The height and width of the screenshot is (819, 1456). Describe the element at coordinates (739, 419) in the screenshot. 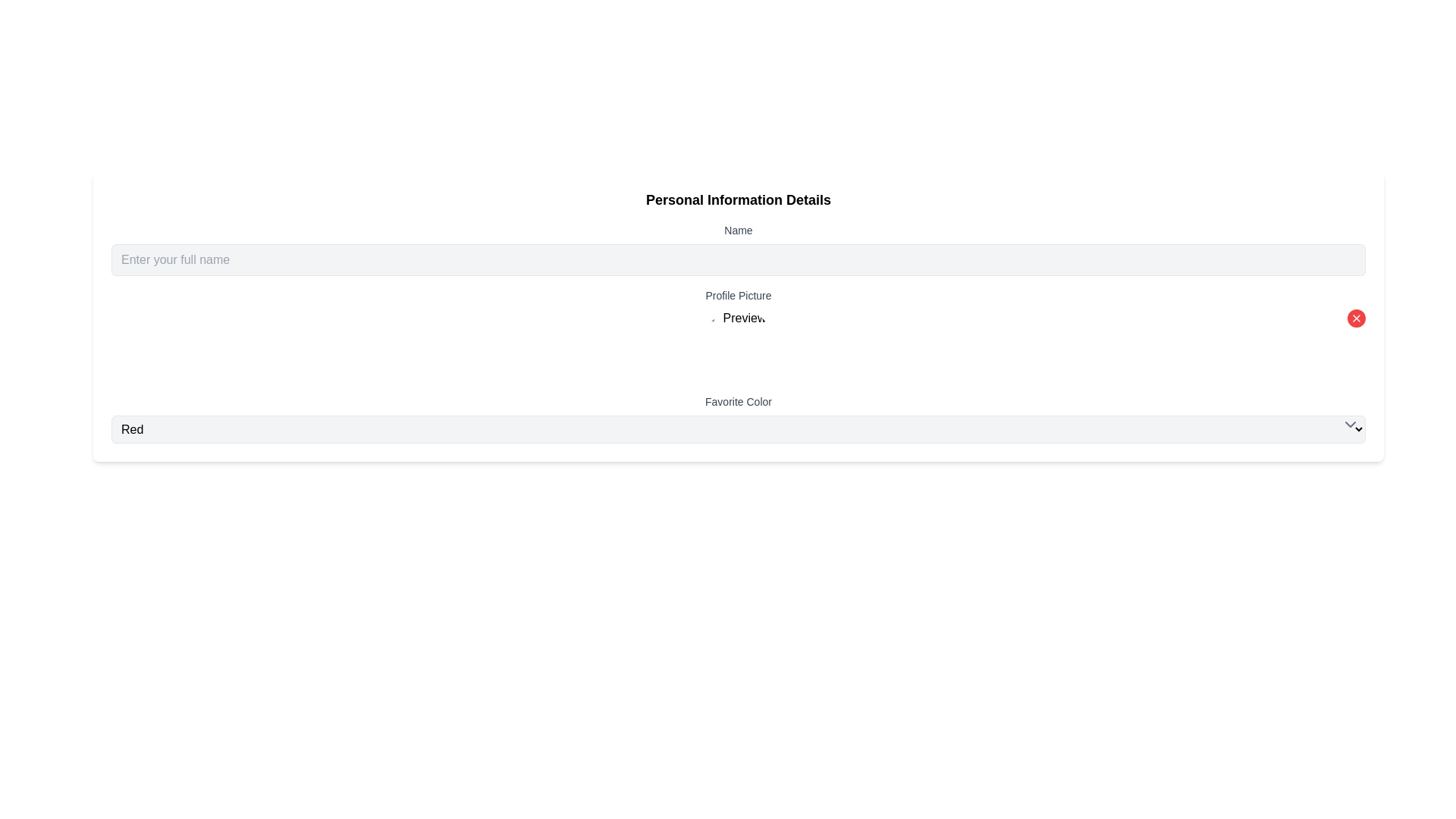

I see `the dropdown menu for selecting favorite color located at the bottom of the 'Personal Information Details' section` at that location.